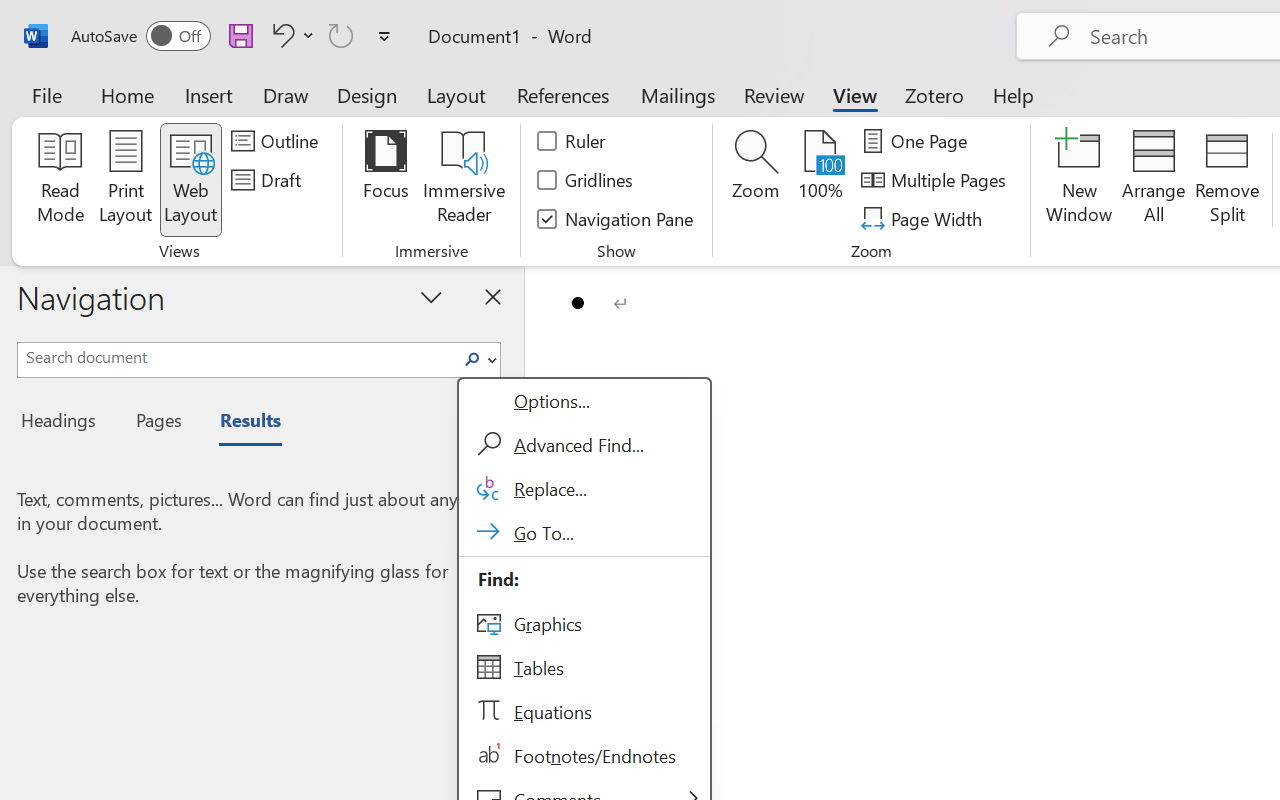  What do you see at coordinates (1226, 179) in the screenshot?
I see `'Remove Split'` at bounding box center [1226, 179].